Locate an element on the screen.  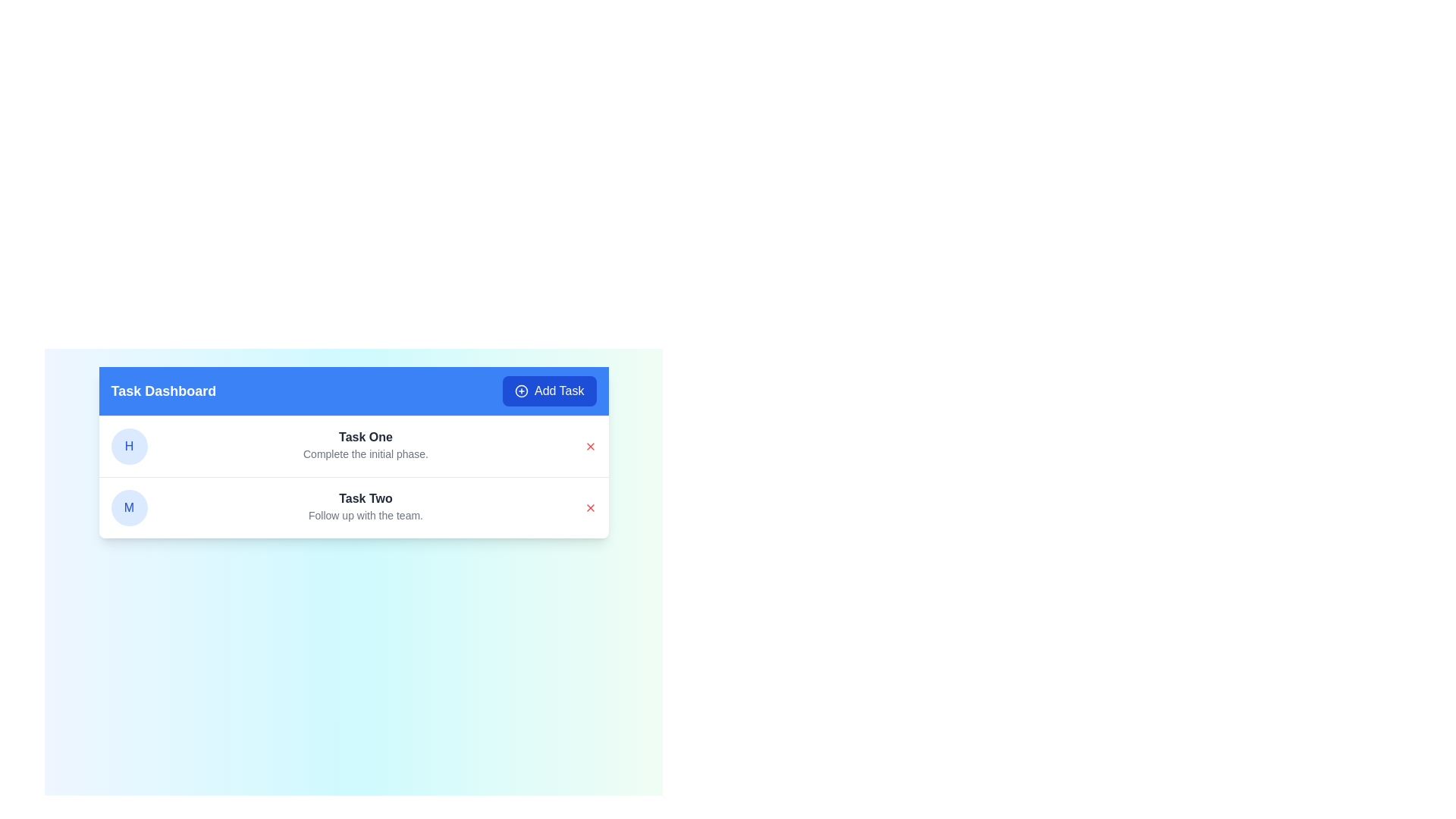
the delete button located on the right-hand side of the task representation for 'Task One', beneath 'Complete the initial phase', to change its appearance is located at coordinates (589, 446).